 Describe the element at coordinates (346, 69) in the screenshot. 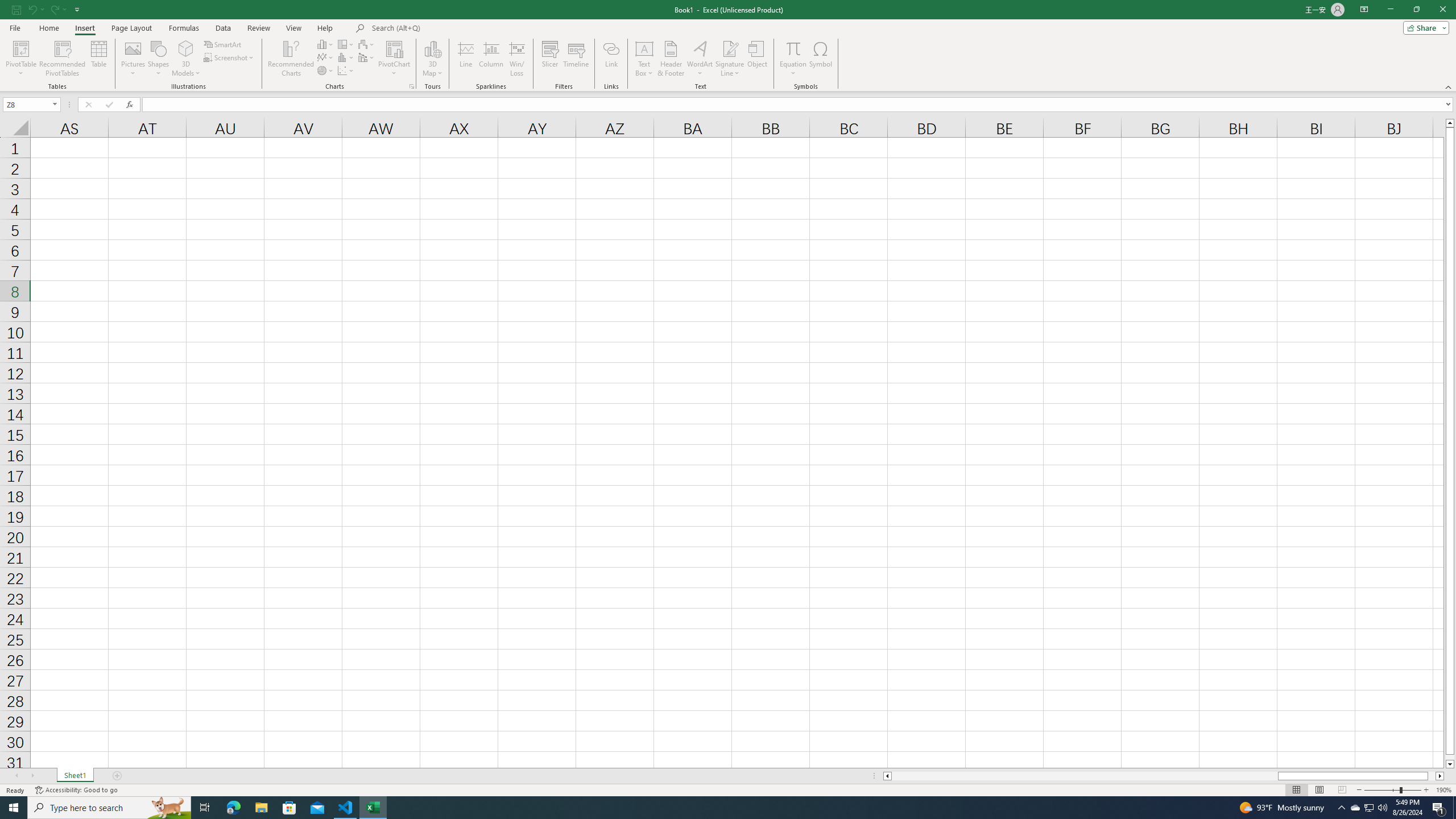

I see `'Insert Scatter (X, Y) or Bubble Chart'` at that location.